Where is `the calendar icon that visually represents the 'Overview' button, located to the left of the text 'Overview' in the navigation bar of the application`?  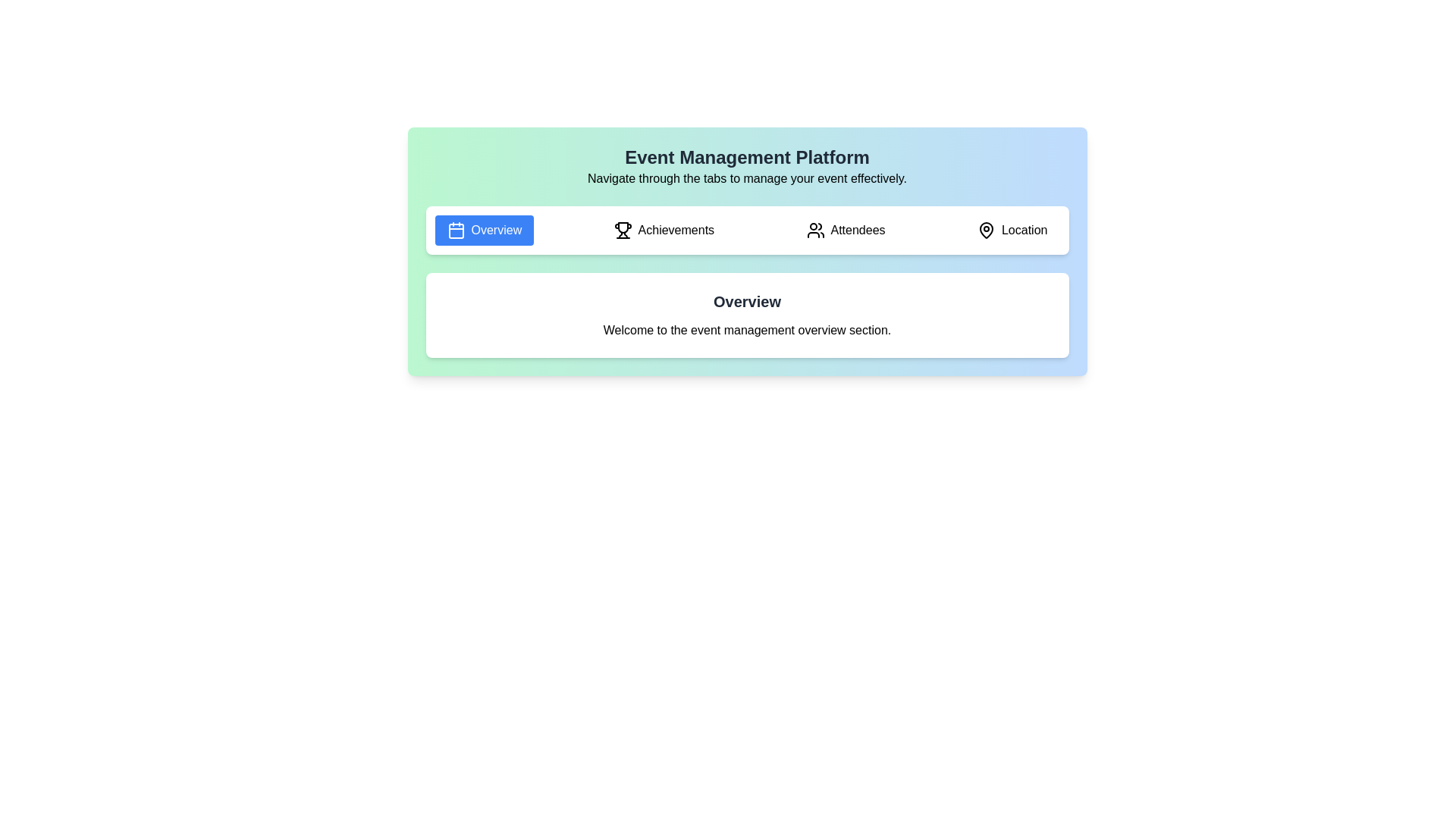
the calendar icon that visually represents the 'Overview' button, located to the left of the text 'Overview' in the navigation bar of the application is located at coordinates (455, 231).